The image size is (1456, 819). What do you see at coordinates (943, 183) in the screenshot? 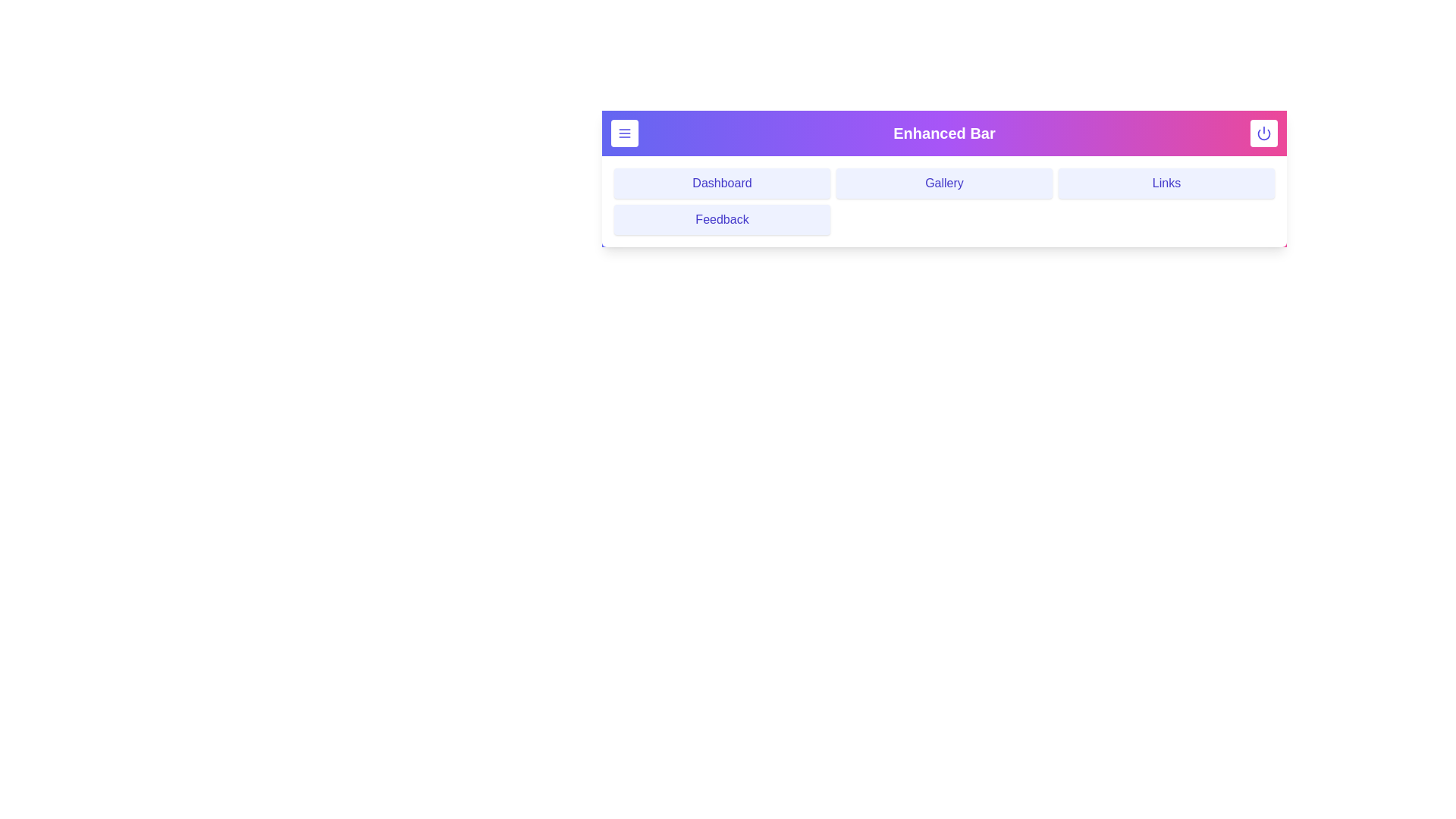
I see `the navigation menu item Gallery` at bounding box center [943, 183].